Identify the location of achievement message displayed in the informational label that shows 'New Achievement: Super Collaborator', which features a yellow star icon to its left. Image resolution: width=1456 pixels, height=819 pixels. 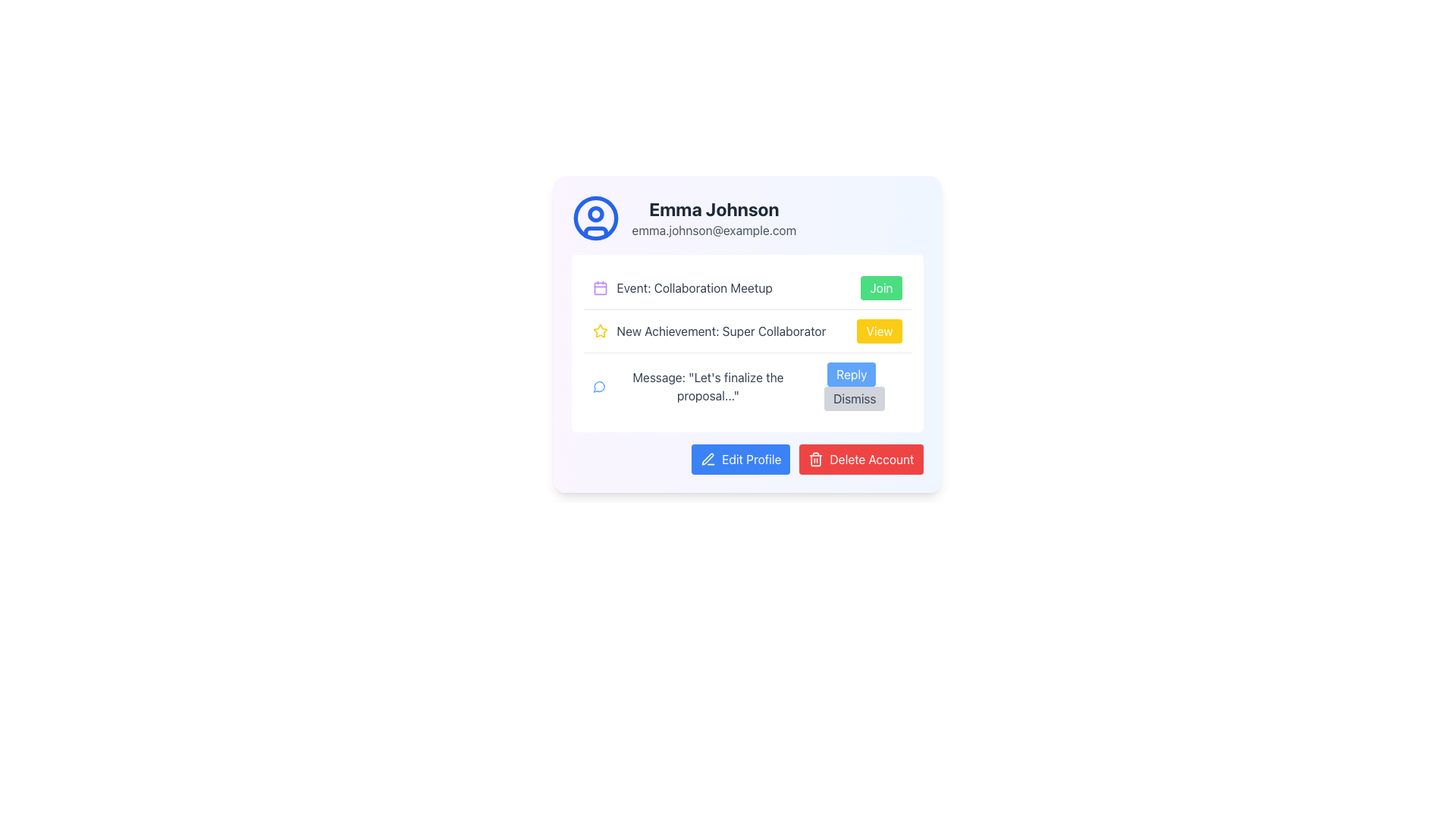
(708, 330).